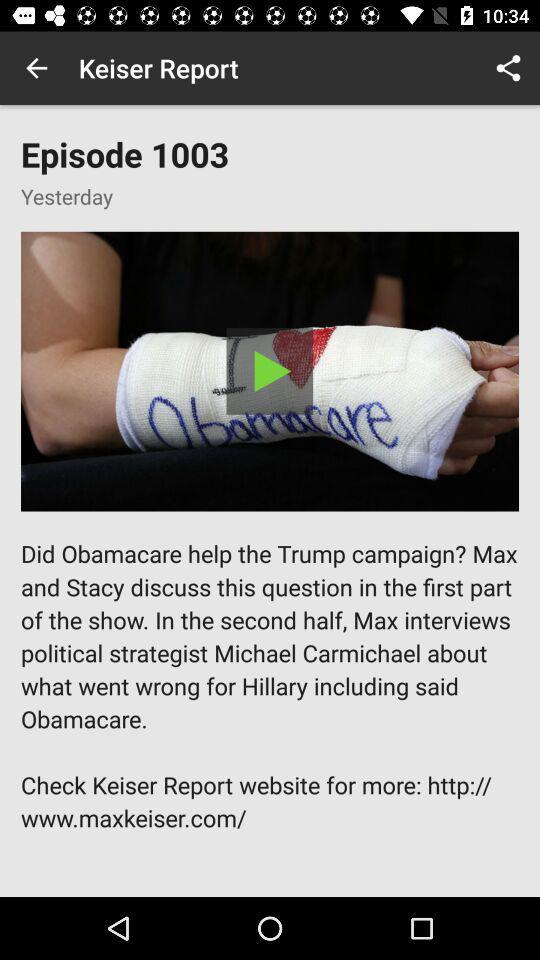 This screenshot has width=540, height=960. What do you see at coordinates (270, 370) in the screenshot?
I see `icon below the yesterday icon` at bounding box center [270, 370].